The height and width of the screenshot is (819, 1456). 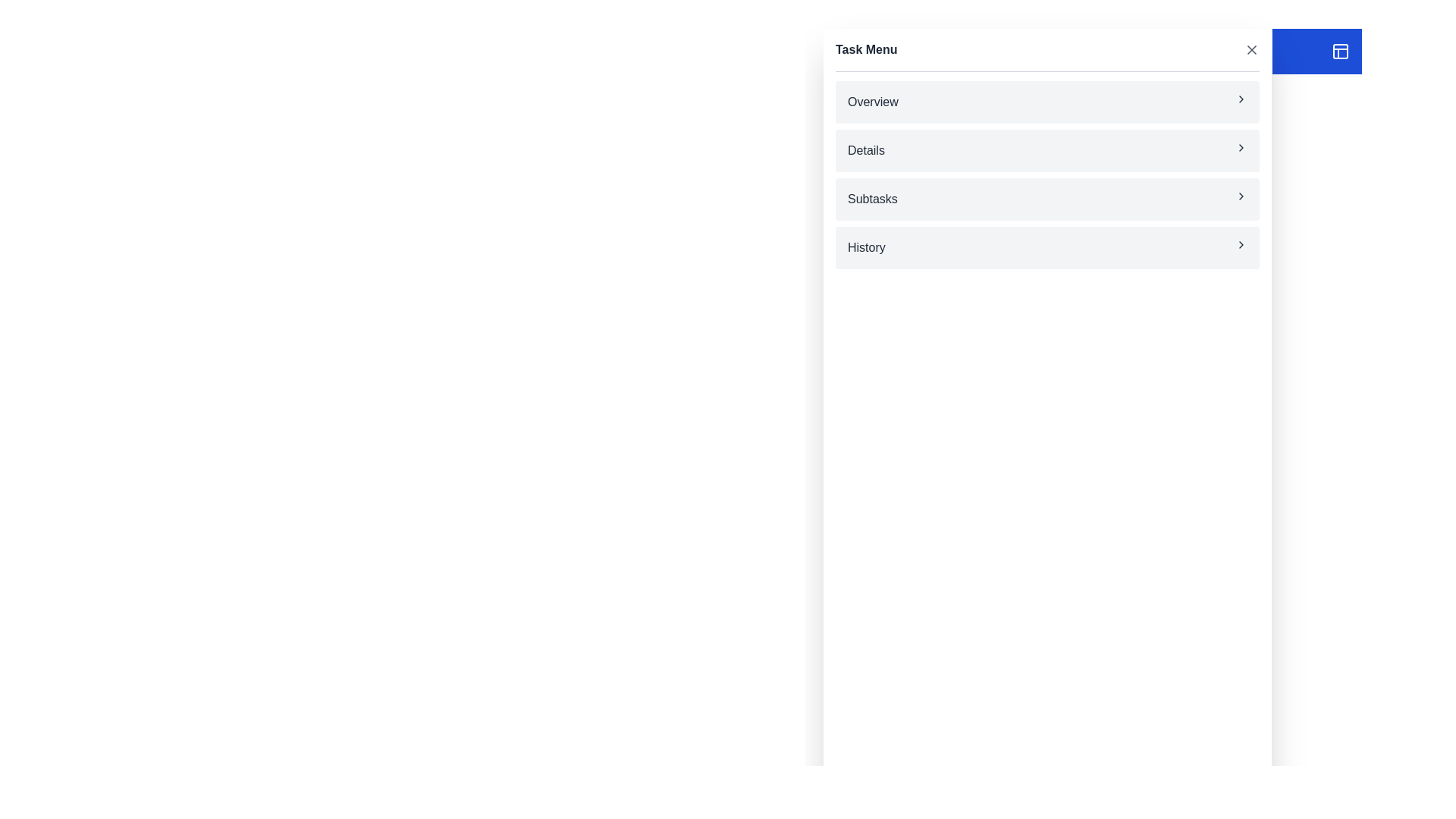 I want to click on the 'Overview' text label located at the top of the menu panel, so click(x=873, y=102).